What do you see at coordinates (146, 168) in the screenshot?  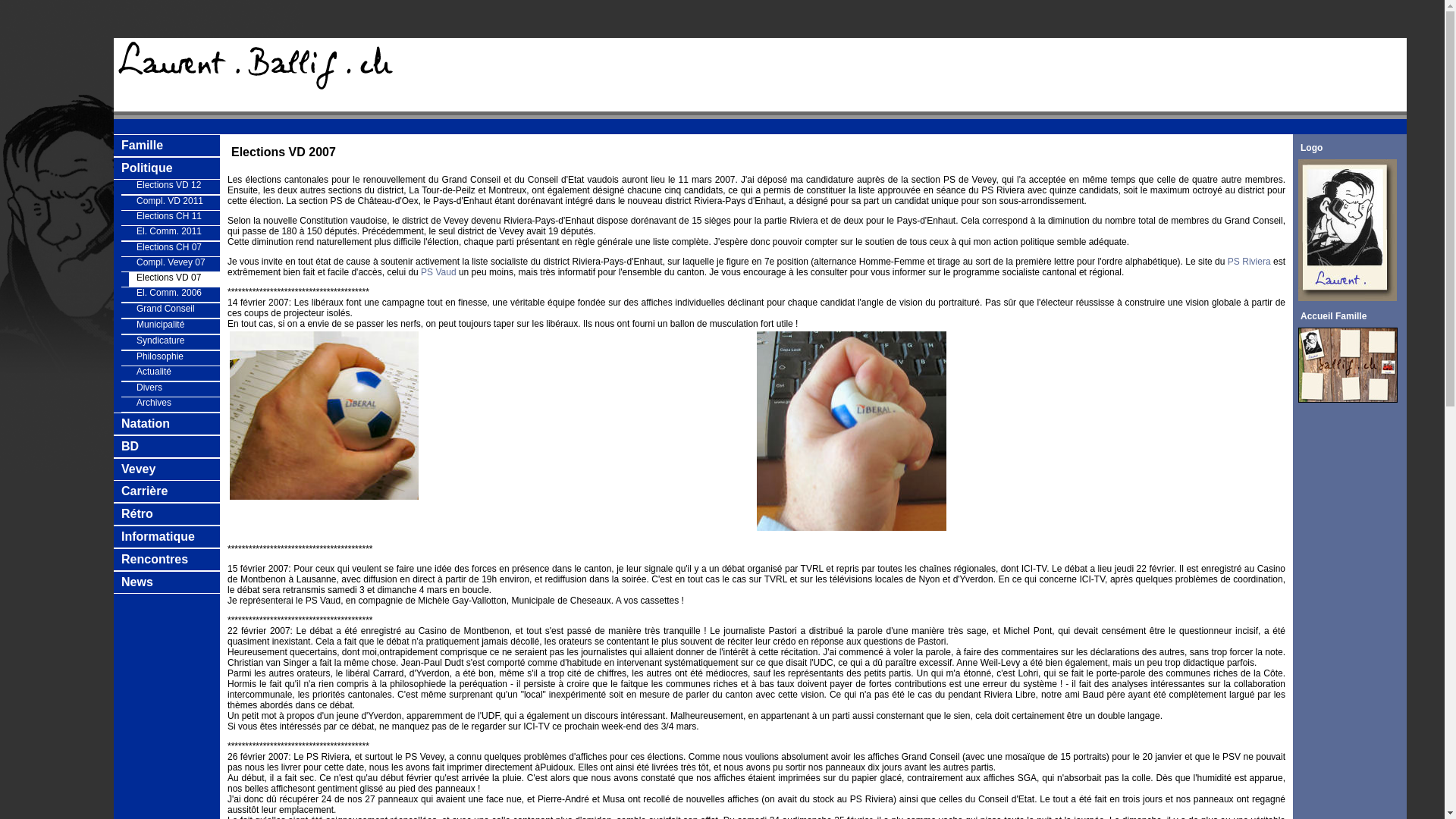 I see `'Politique'` at bounding box center [146, 168].